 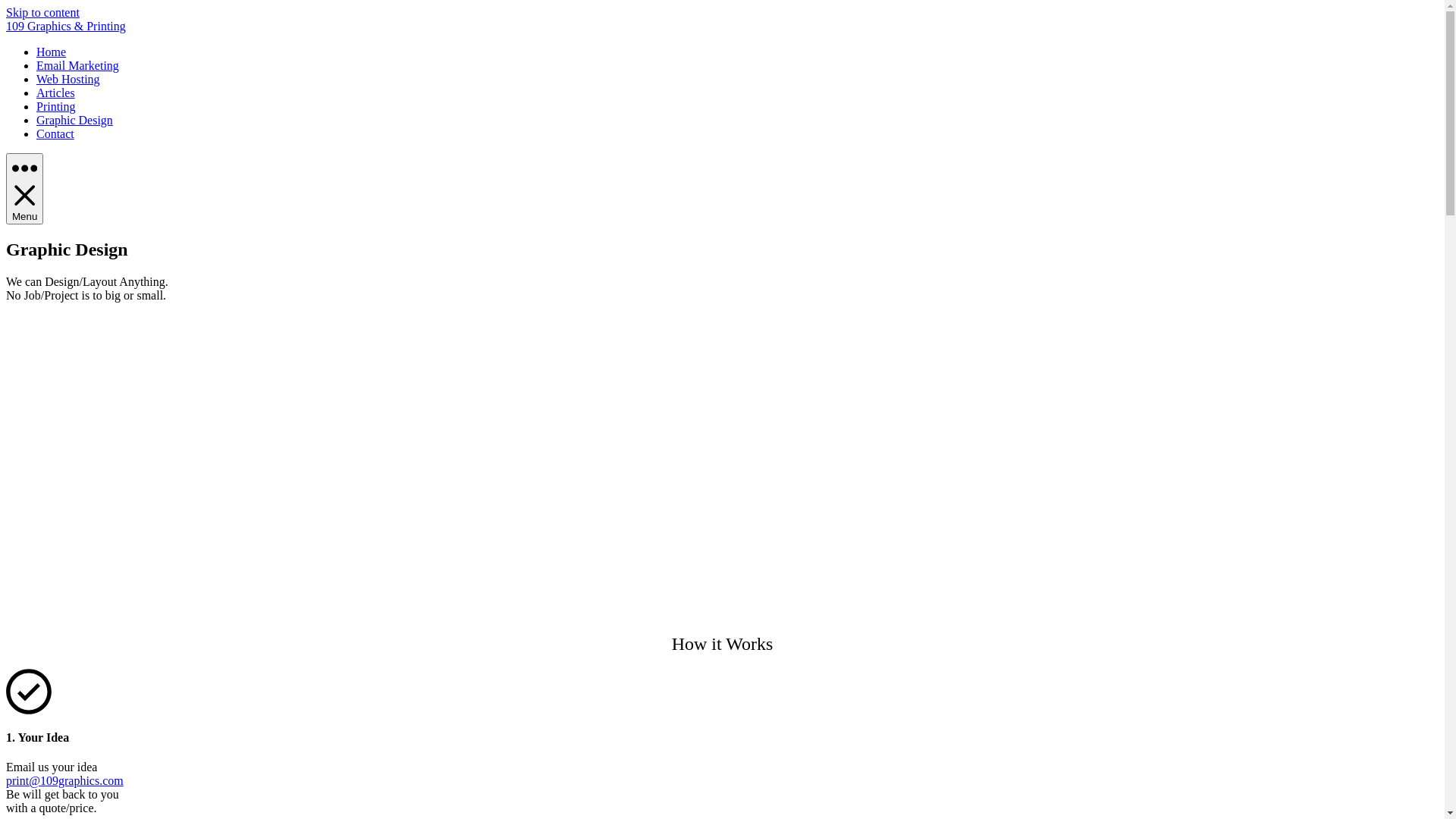 I want to click on 'Articles', so click(x=36, y=93).